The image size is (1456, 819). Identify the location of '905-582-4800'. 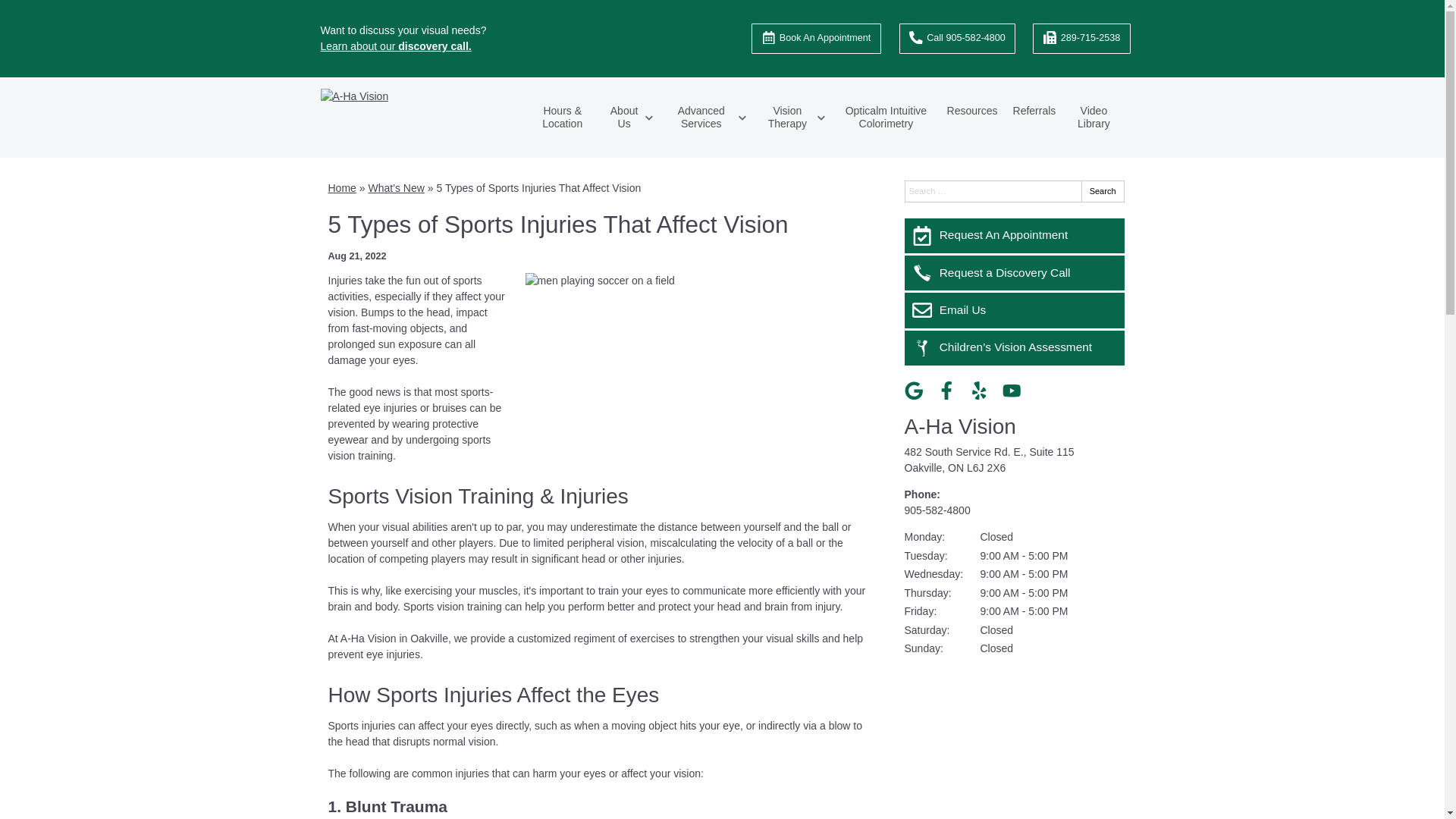
(936, 510).